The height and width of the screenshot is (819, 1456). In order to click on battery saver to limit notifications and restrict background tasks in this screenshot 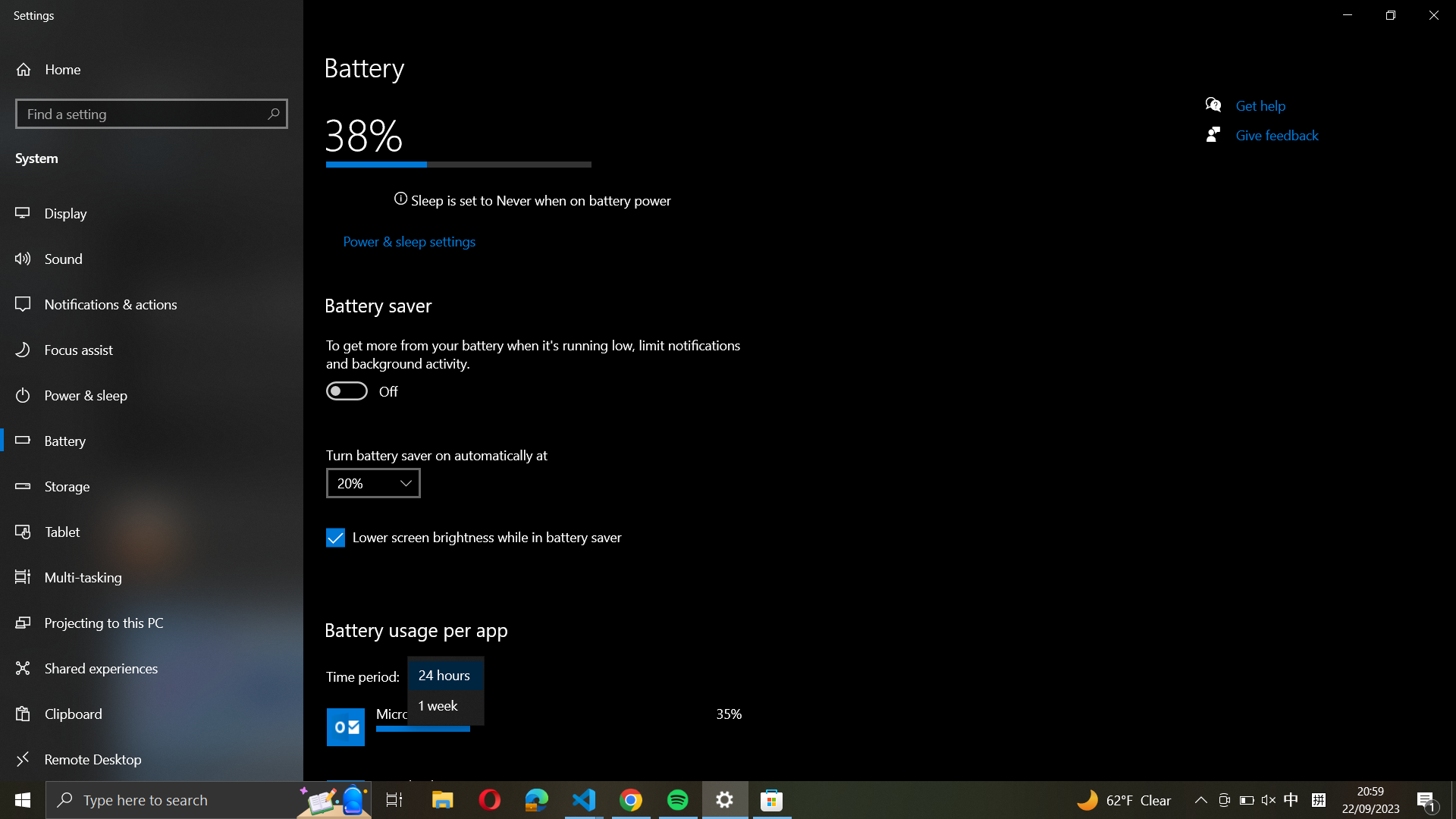, I will do `click(345, 390)`.